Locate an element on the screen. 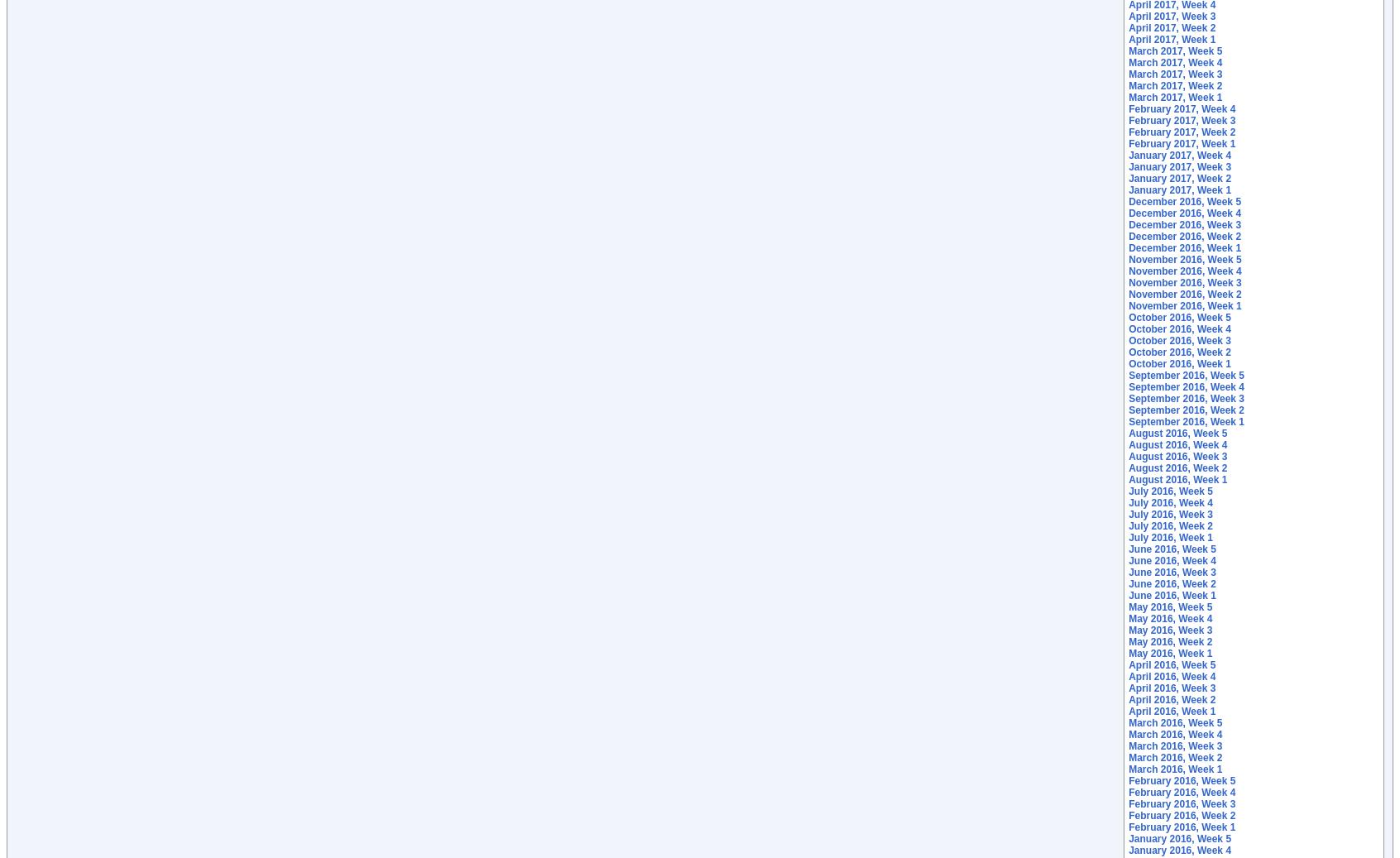 The height and width of the screenshot is (858, 1400). 'January 2017, Week 1' is located at coordinates (1128, 189).